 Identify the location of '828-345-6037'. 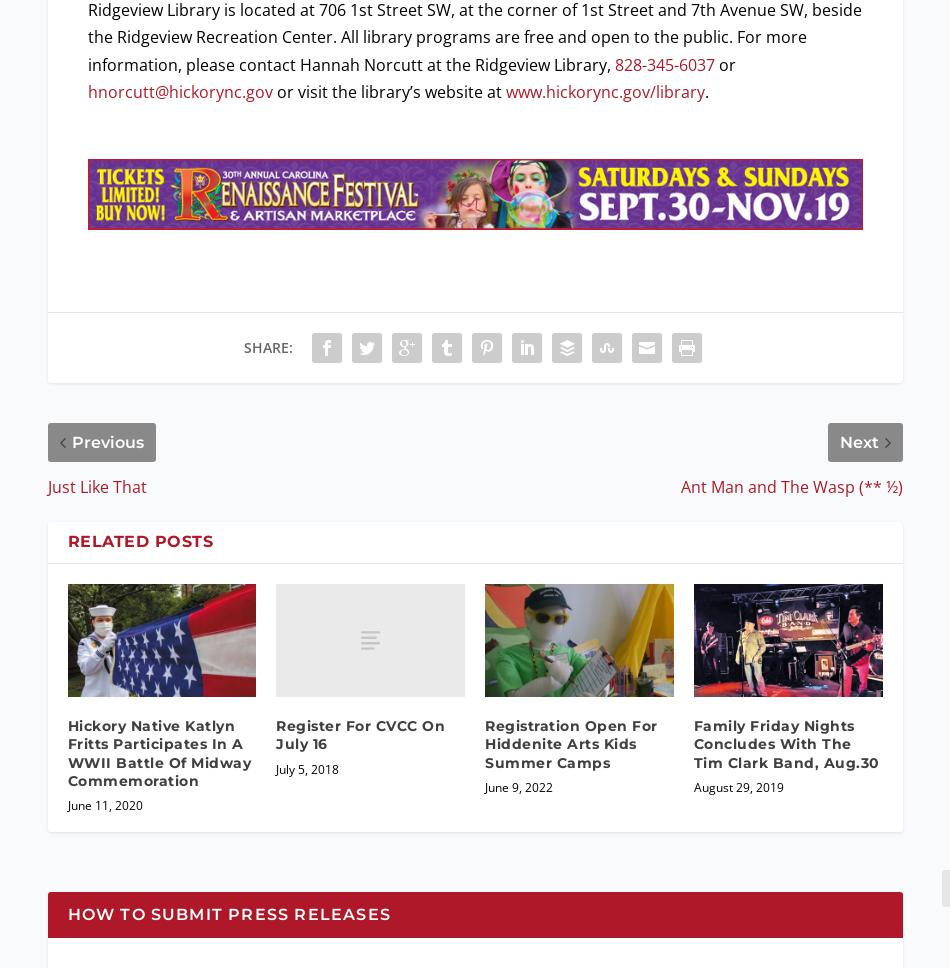
(663, 62).